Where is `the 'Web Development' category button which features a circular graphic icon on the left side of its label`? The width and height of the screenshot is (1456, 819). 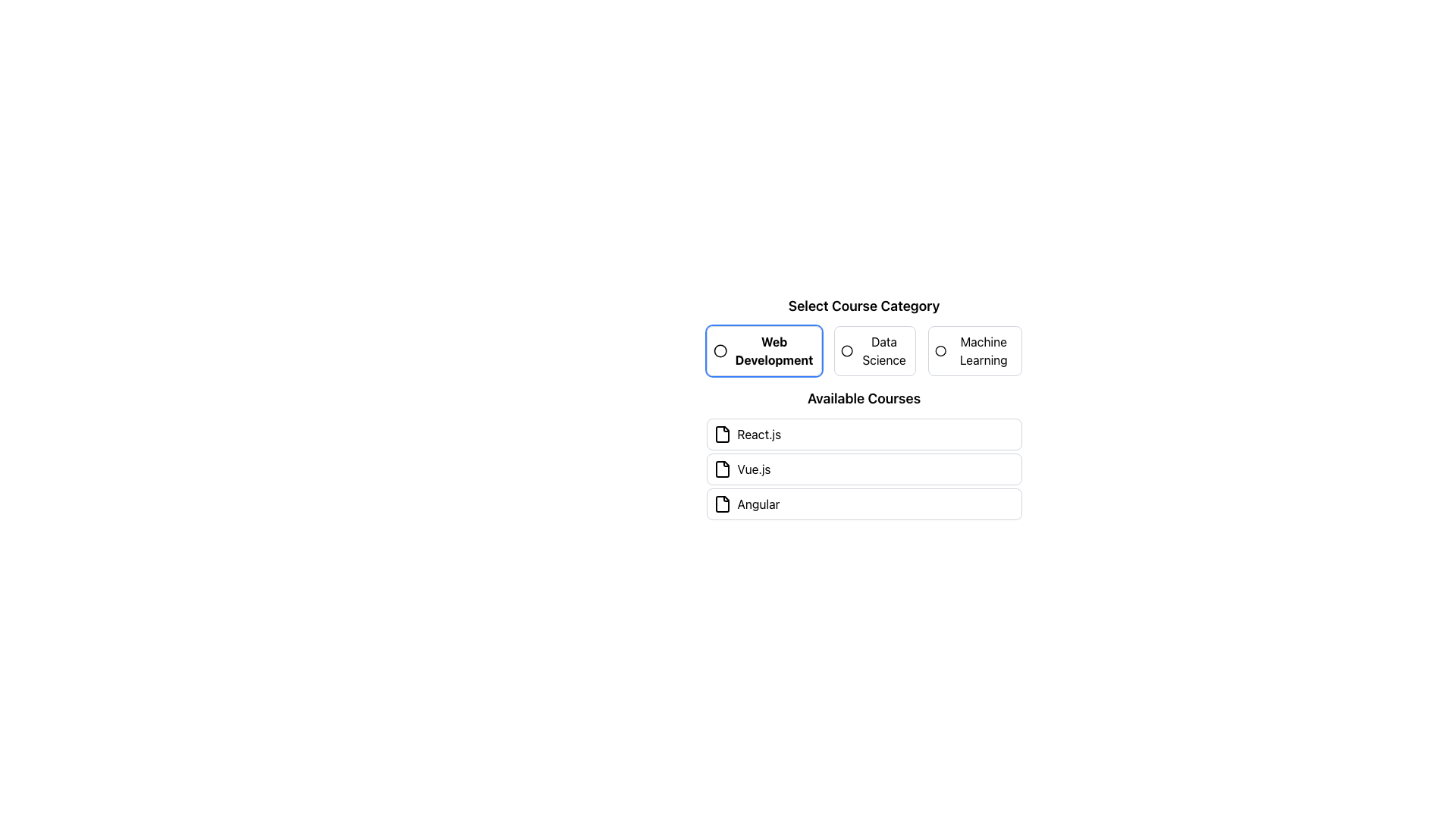 the 'Web Development' category button which features a circular graphic icon on the left side of its label is located at coordinates (719, 350).